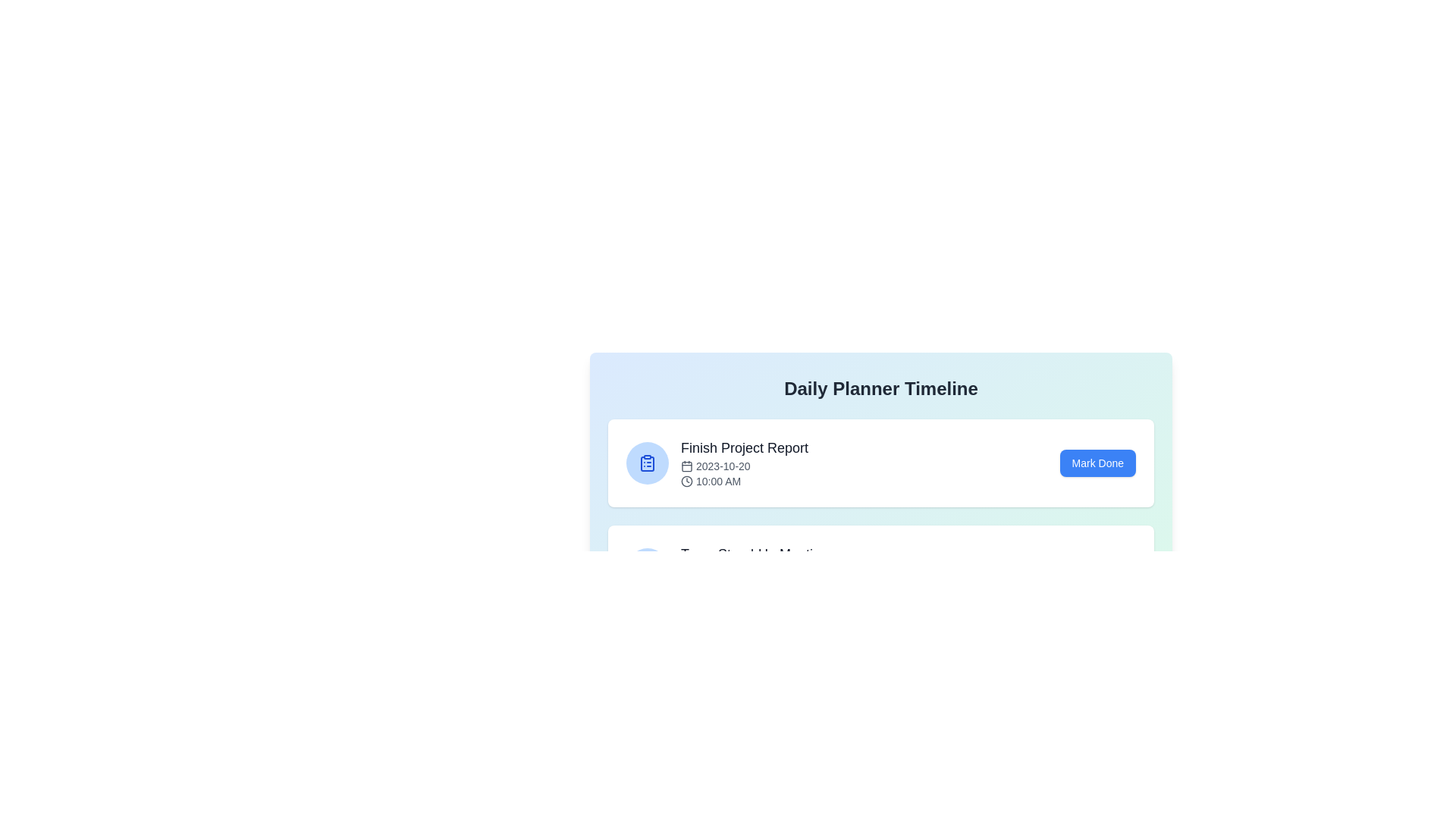 This screenshot has height=819, width=1456. What do you see at coordinates (745, 462) in the screenshot?
I see `the text of the event details to highlight it` at bounding box center [745, 462].